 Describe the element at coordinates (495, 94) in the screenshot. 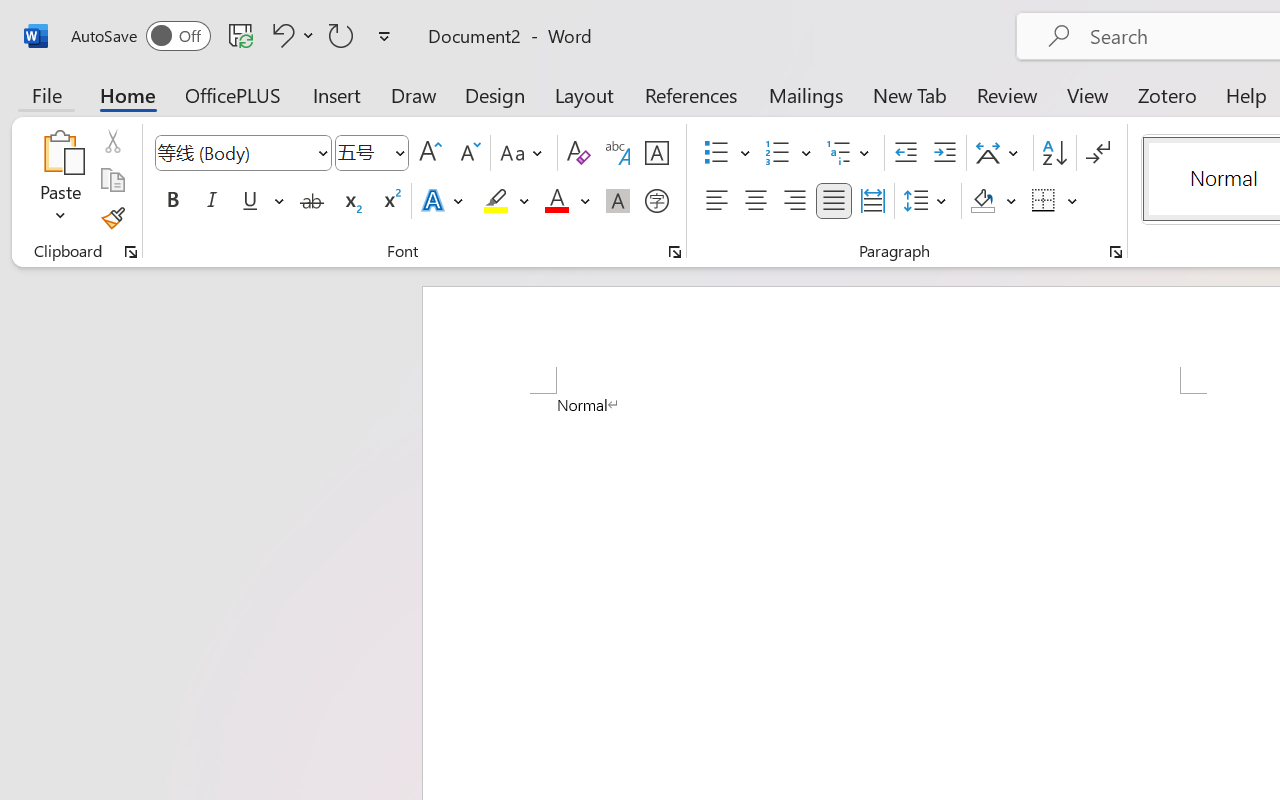

I see `'Design'` at that location.